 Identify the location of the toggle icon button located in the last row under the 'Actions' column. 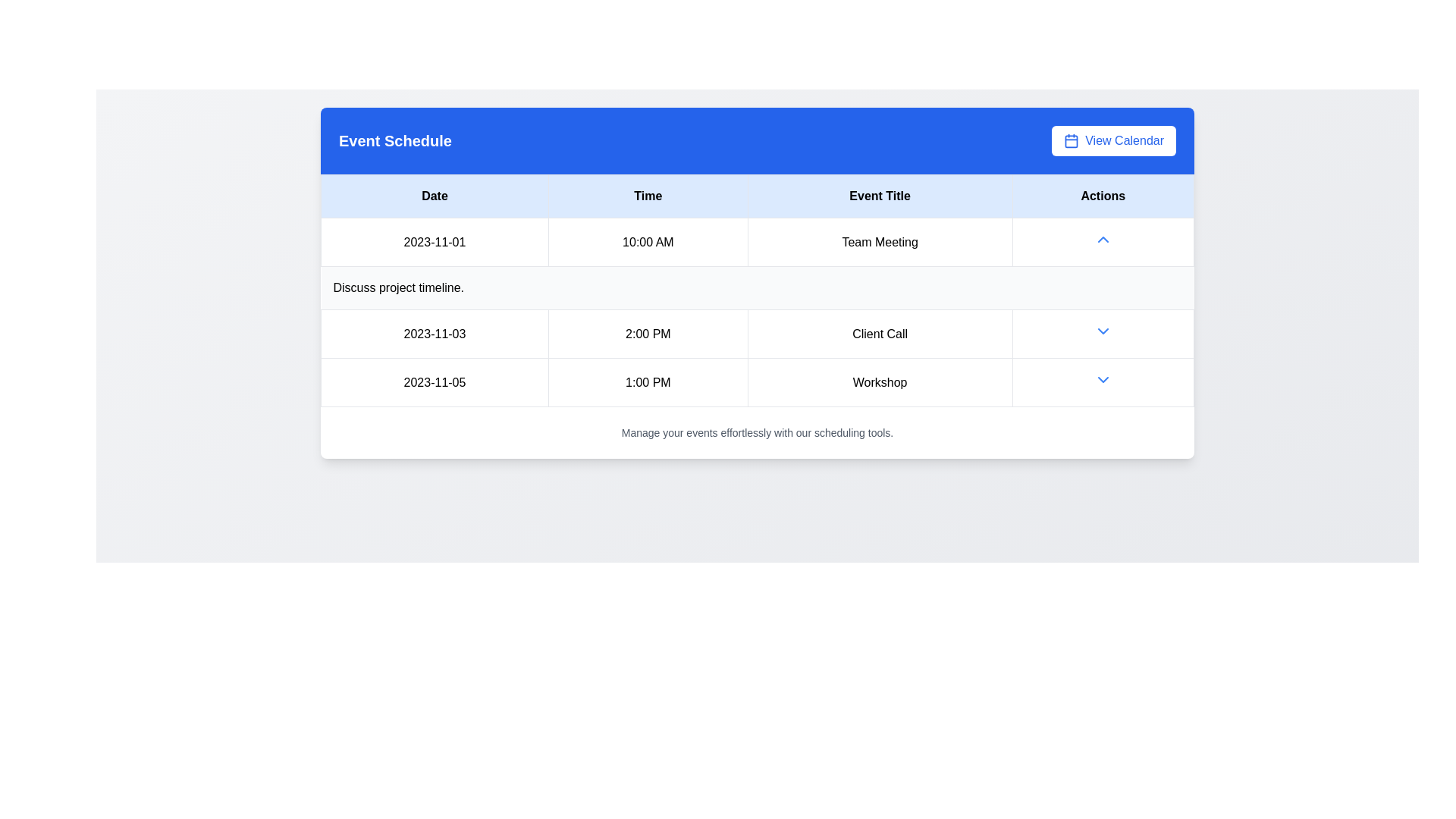
(1103, 379).